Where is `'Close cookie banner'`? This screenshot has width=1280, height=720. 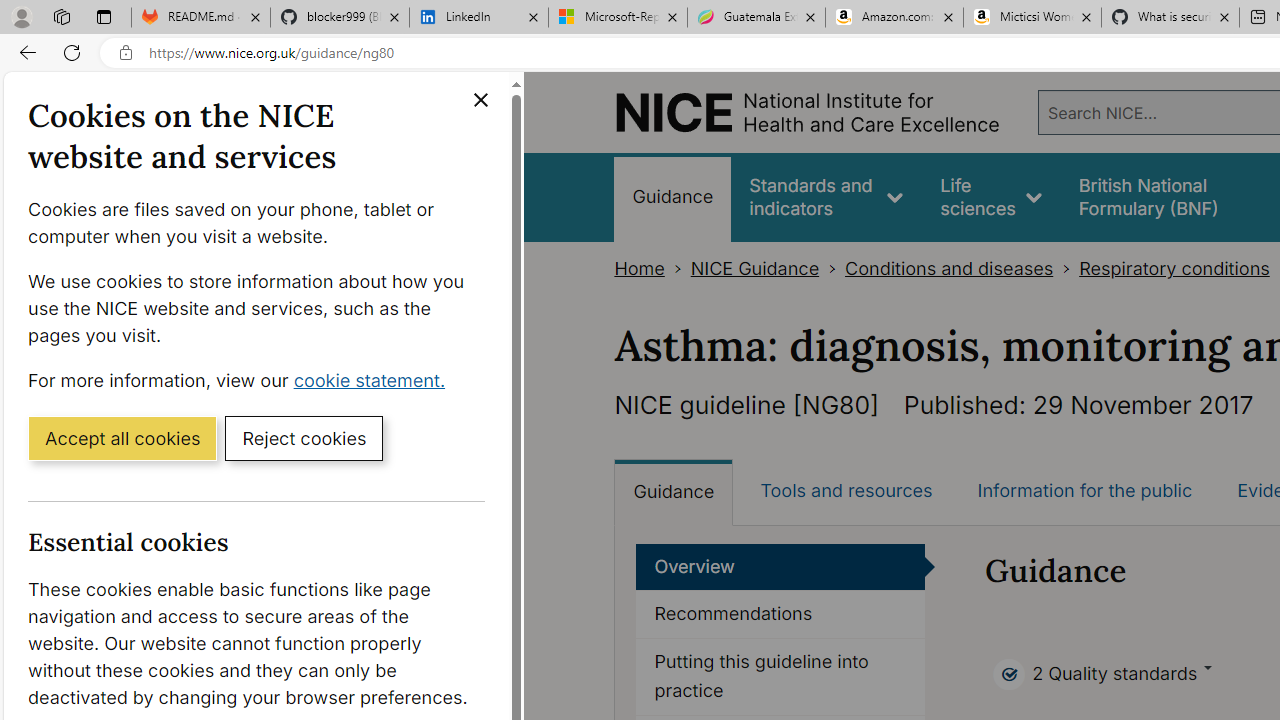
'Close cookie banner' is located at coordinates (480, 100).